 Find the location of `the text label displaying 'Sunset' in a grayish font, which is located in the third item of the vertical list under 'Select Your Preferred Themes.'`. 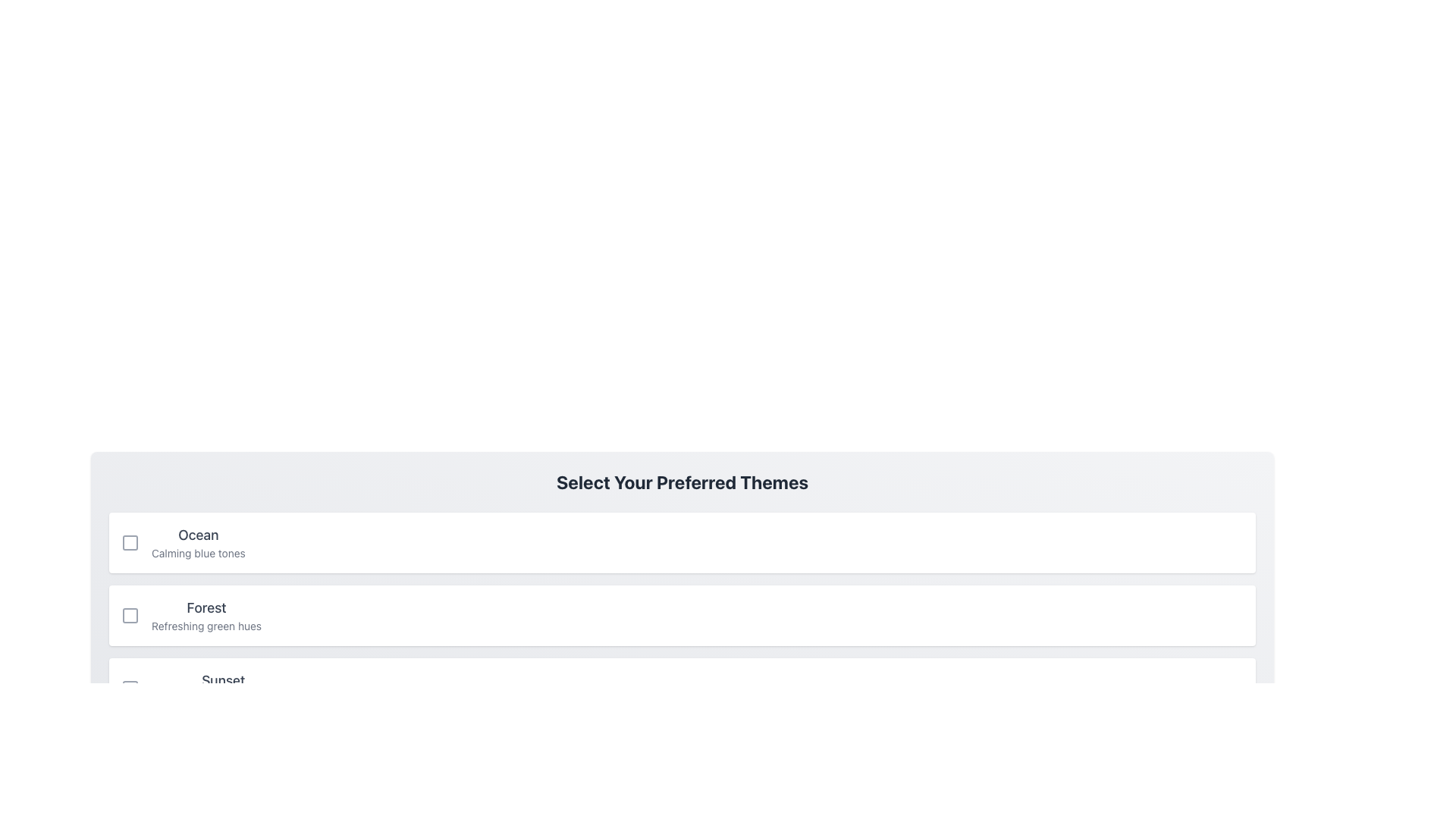

the text label displaying 'Sunset' in a grayish font, which is located in the third item of the vertical list under 'Select Your Preferred Themes.' is located at coordinates (222, 680).